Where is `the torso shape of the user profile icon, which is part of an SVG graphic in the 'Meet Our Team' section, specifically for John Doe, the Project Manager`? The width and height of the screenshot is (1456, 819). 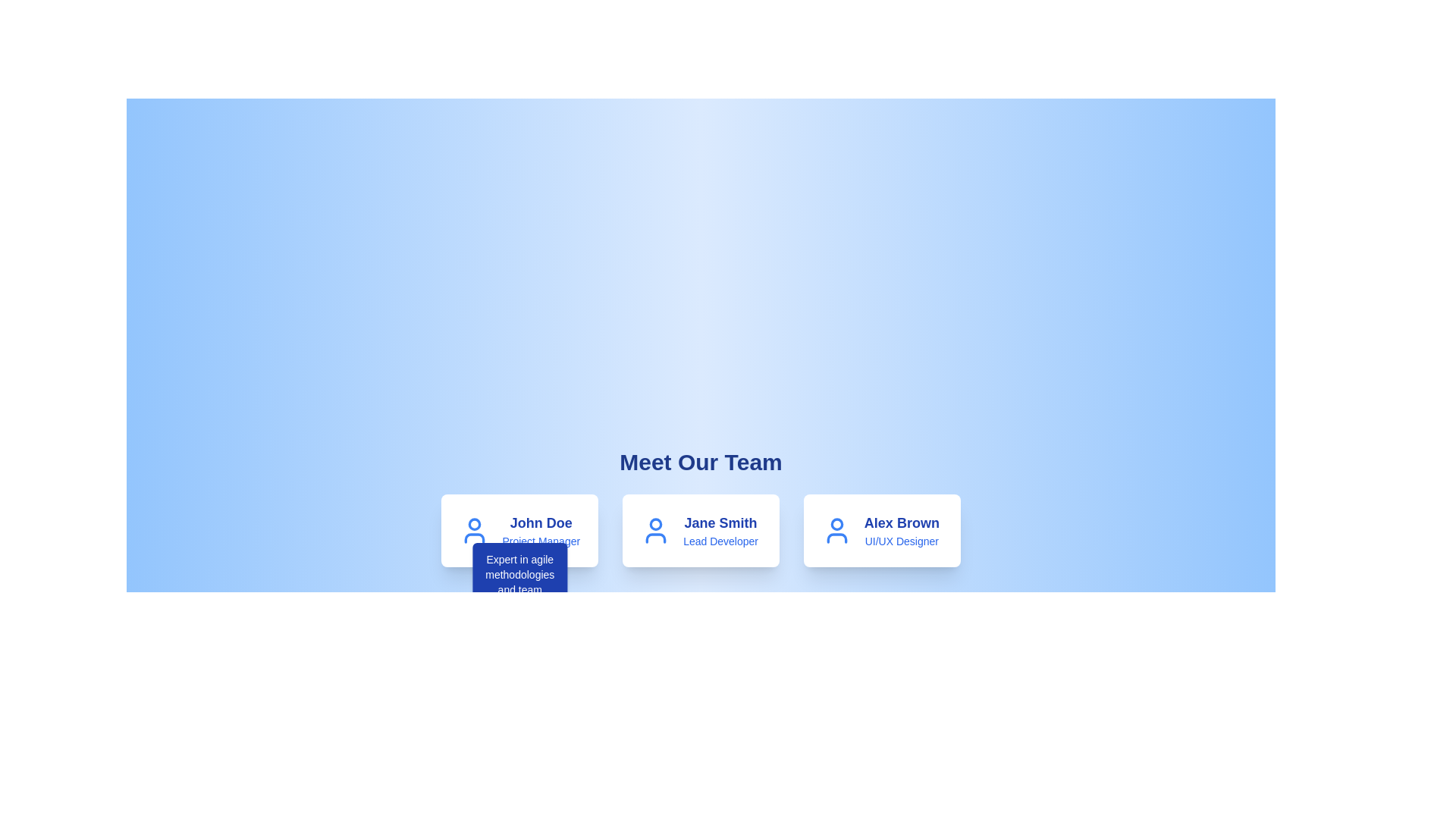
the torso shape of the user profile icon, which is part of an SVG graphic in the 'Meet Our Team' section, specifically for John Doe, the Project Manager is located at coordinates (656, 537).